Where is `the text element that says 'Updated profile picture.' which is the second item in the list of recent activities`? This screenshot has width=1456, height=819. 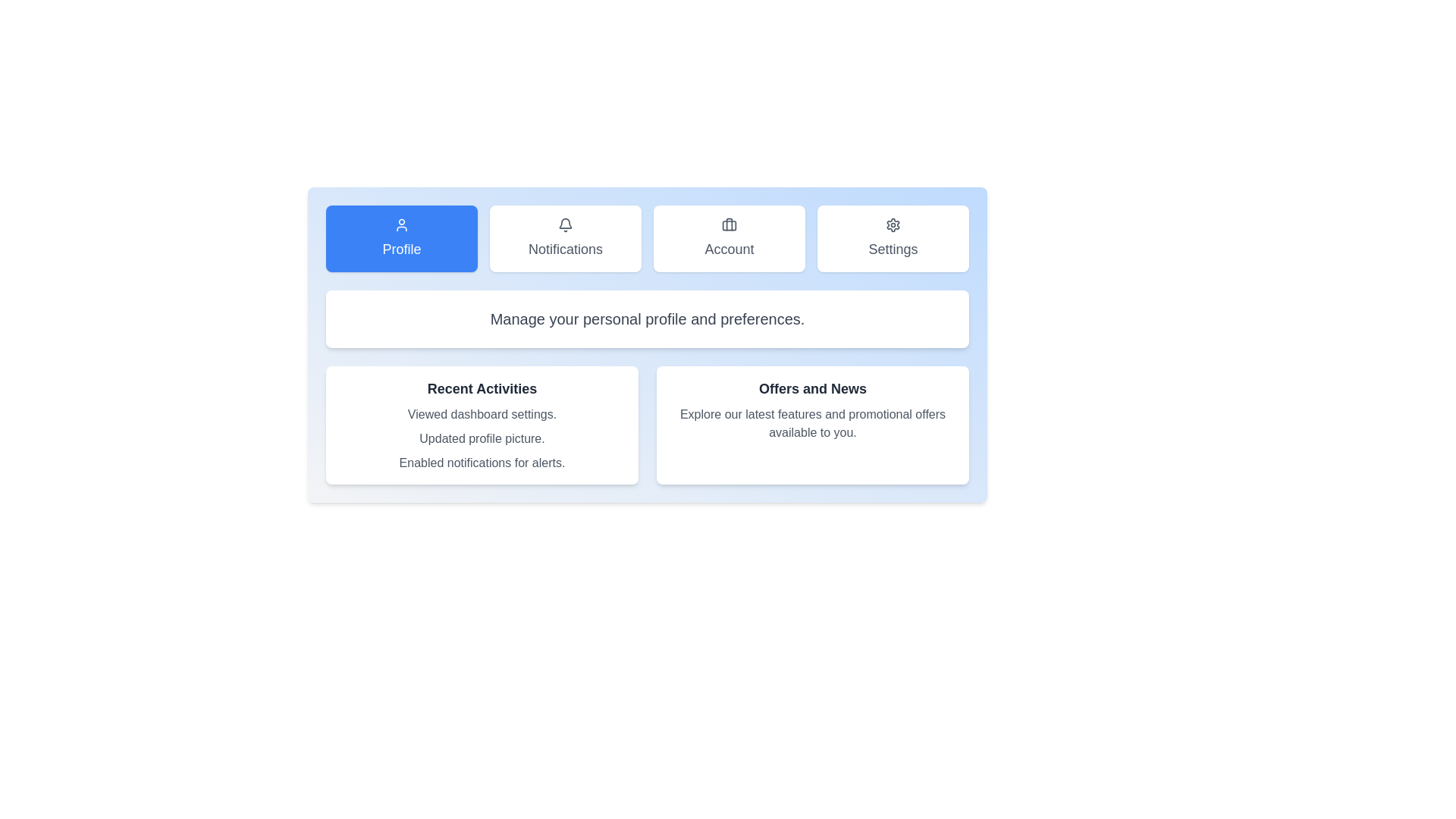 the text element that says 'Updated profile picture.' which is the second item in the list of recent activities is located at coordinates (481, 438).